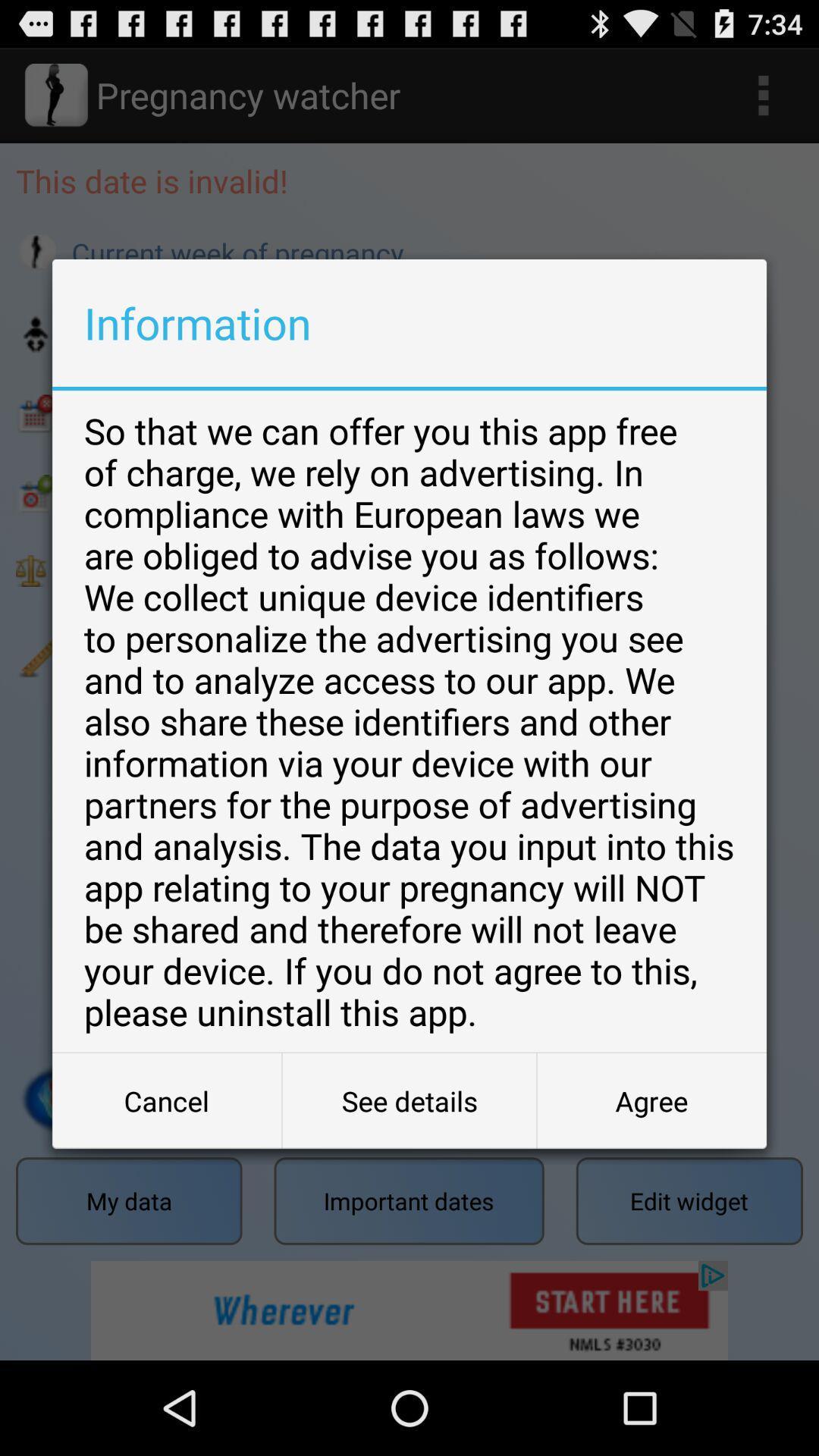 Image resolution: width=819 pixels, height=1456 pixels. I want to click on the icon next to the see details icon, so click(651, 1100).